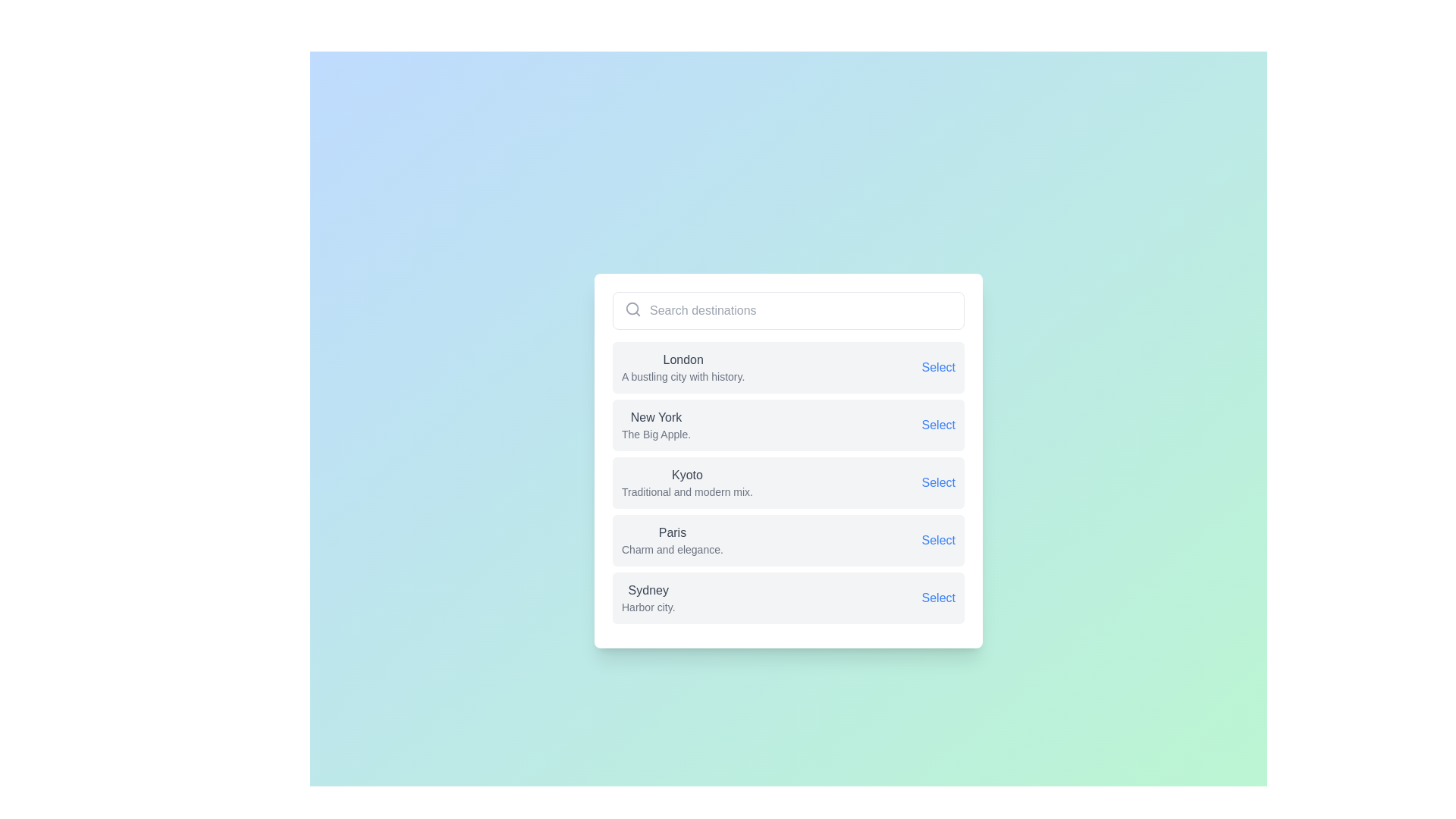  What do you see at coordinates (671, 550) in the screenshot?
I see `the text label 'Charm and elegance.' that is styled in a smaller gray font and located directly below the title 'Paris' in the item card for 'Paris'` at bounding box center [671, 550].